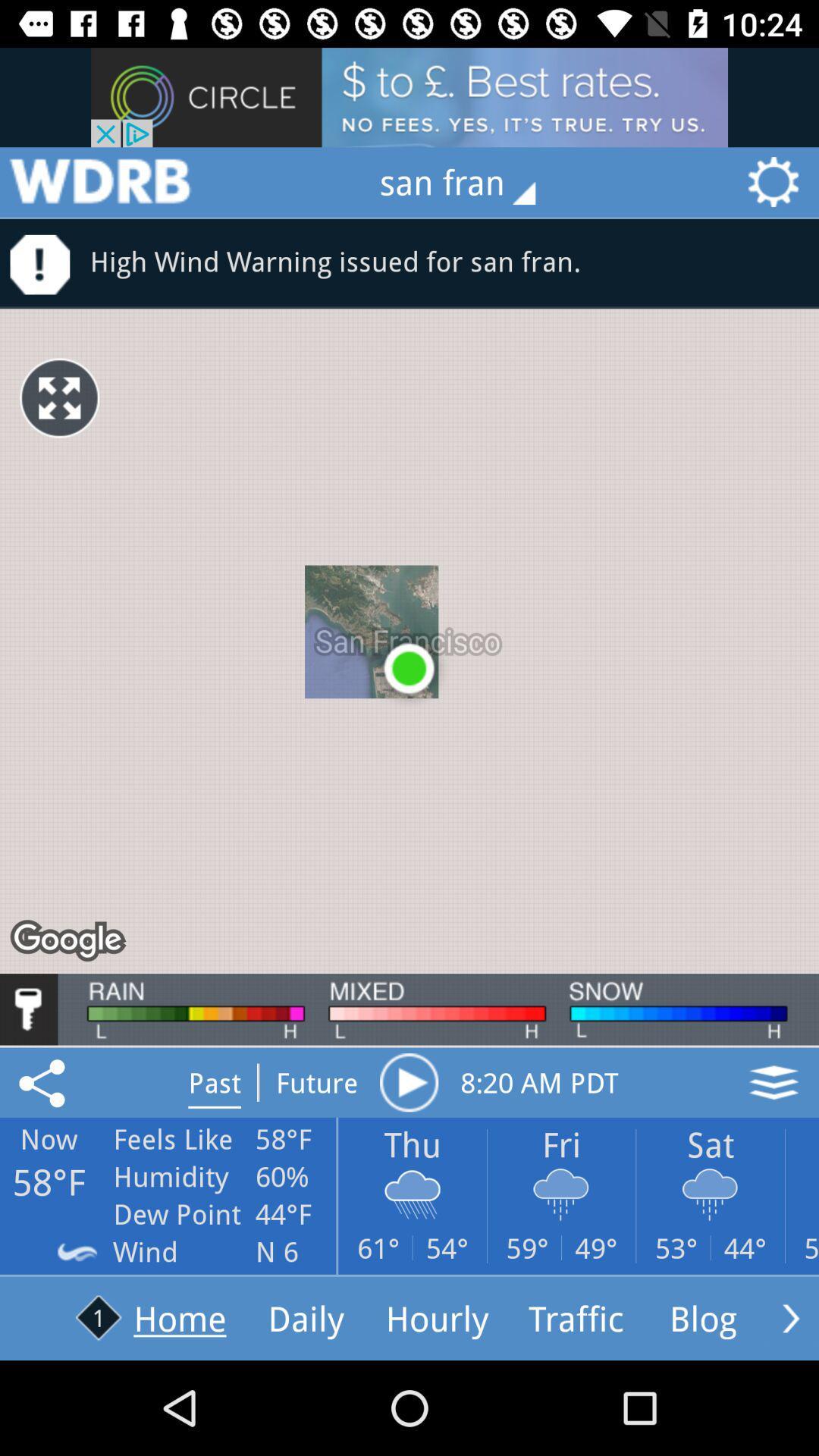 The width and height of the screenshot is (819, 1456). I want to click on play, so click(408, 1081).